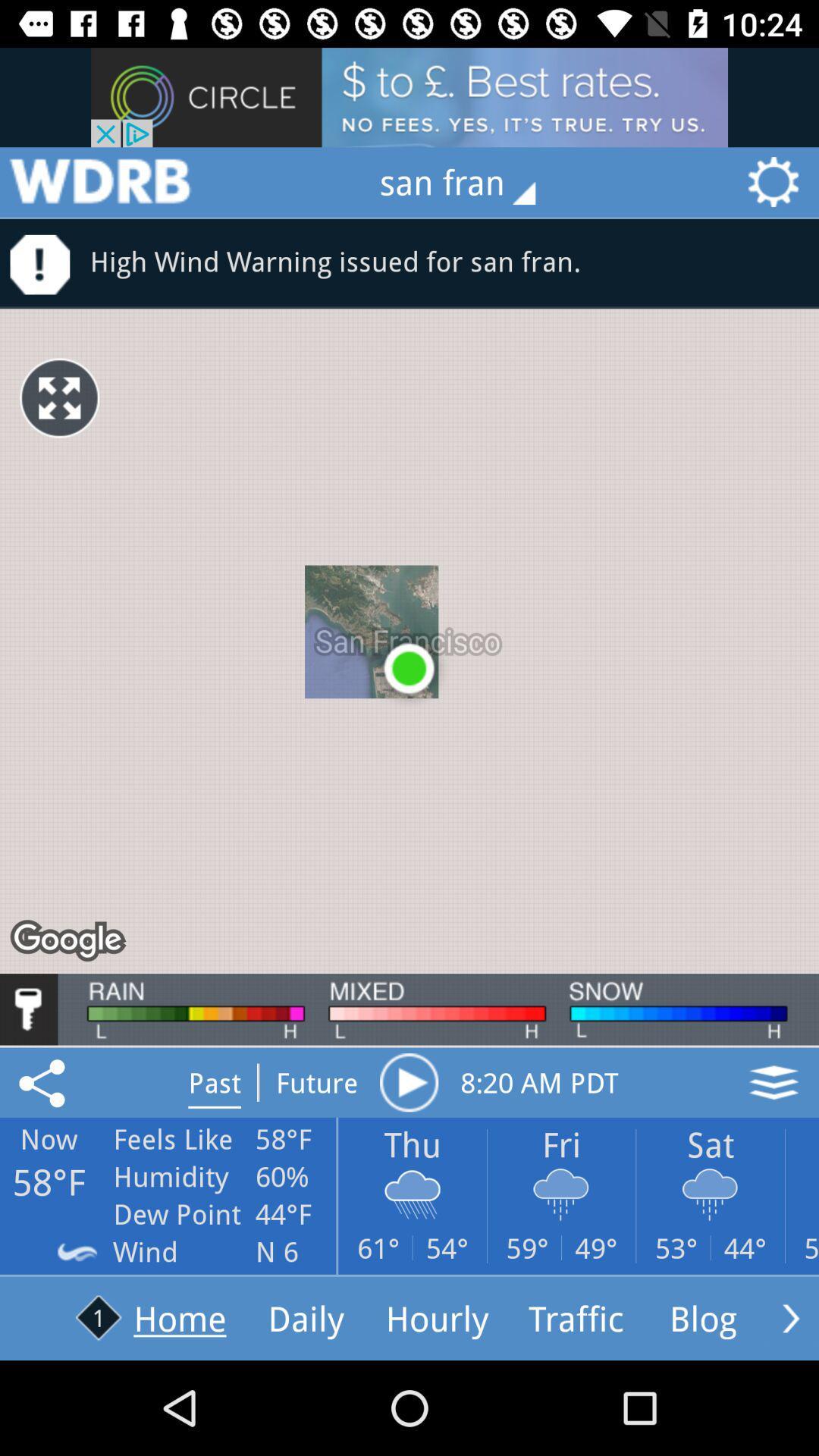 The width and height of the screenshot is (819, 1456). I want to click on play, so click(408, 1081).